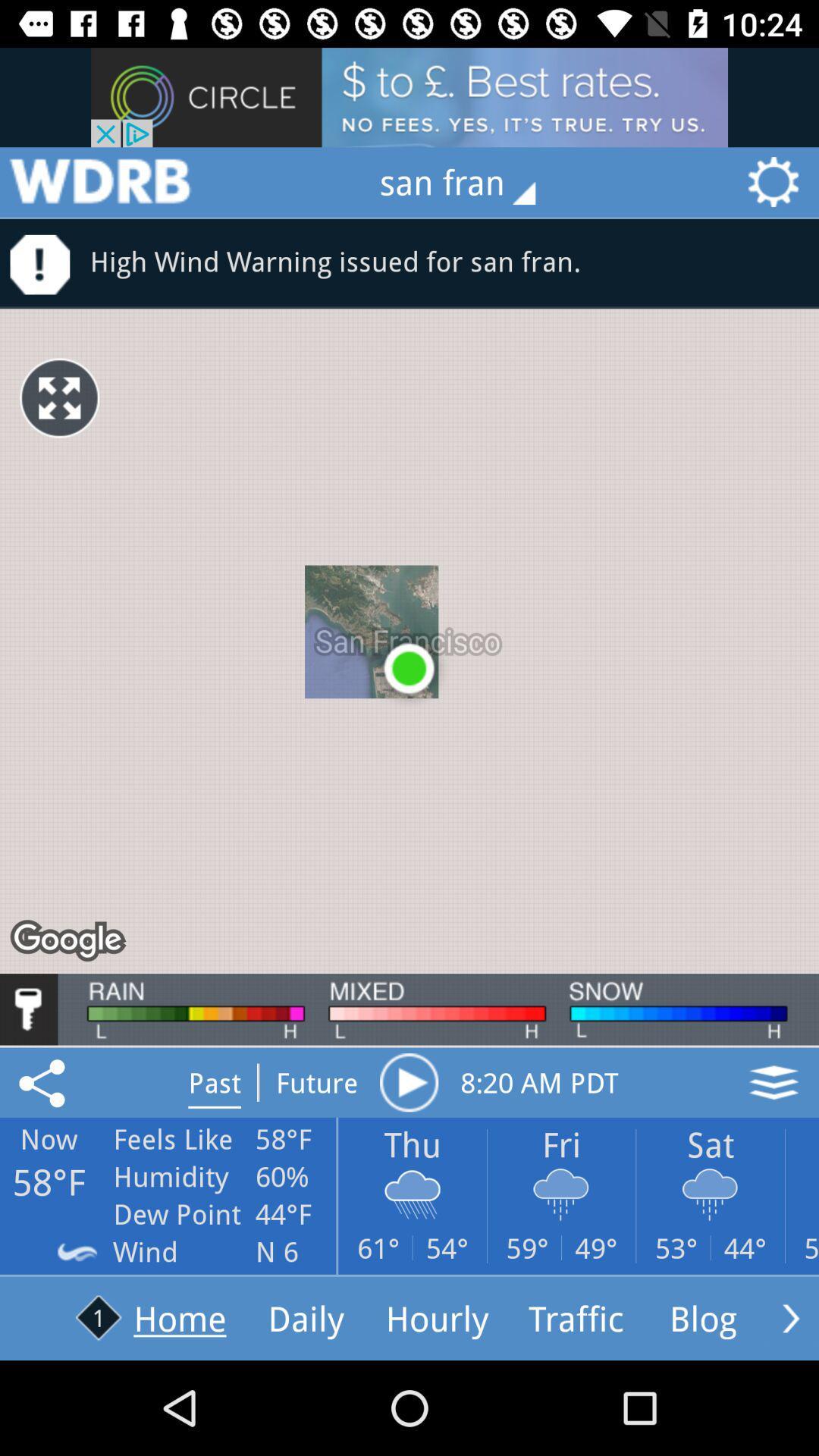 The width and height of the screenshot is (819, 1456). I want to click on play, so click(408, 1081).